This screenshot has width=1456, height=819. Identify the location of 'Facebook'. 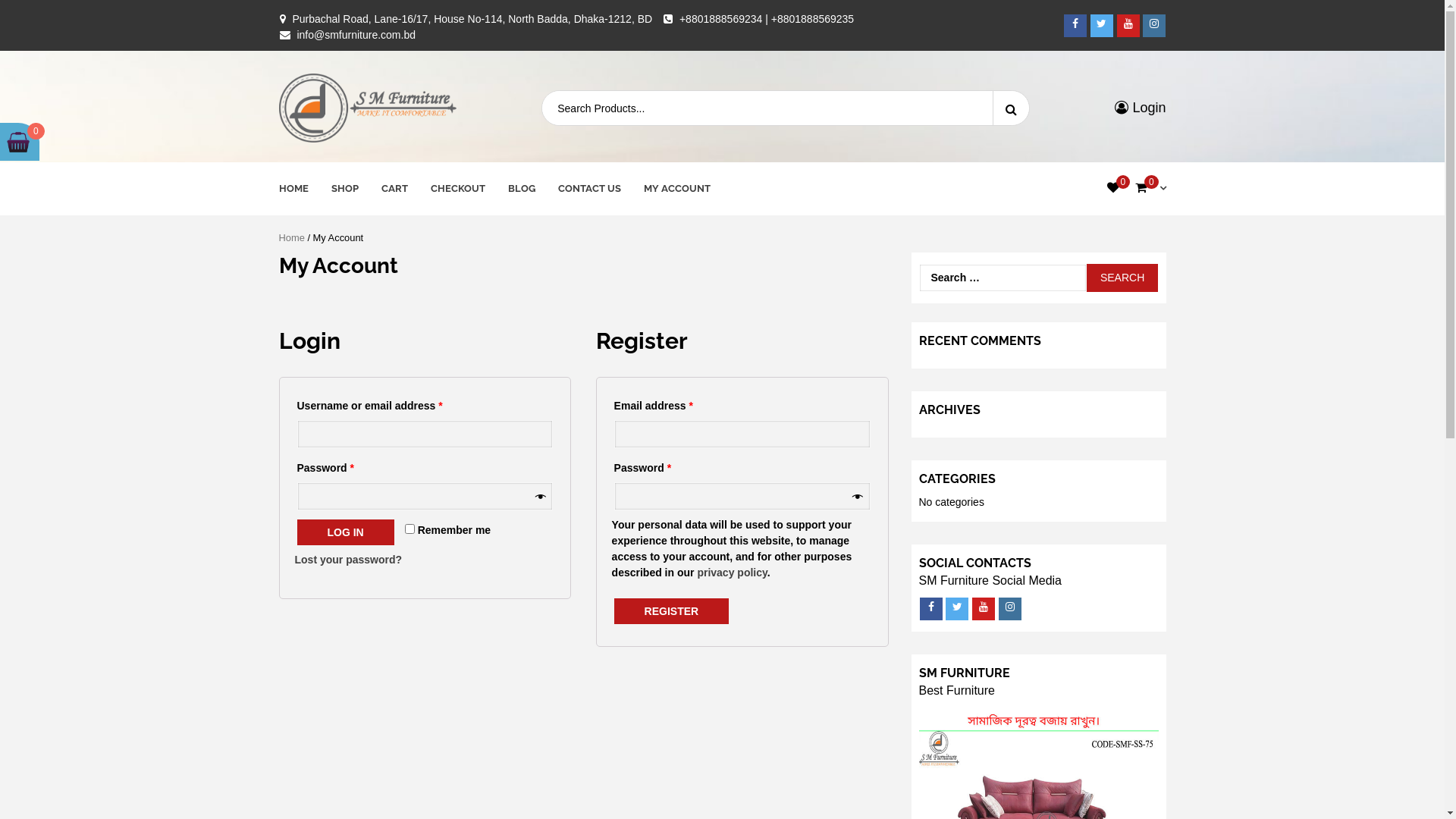
(1074, 25).